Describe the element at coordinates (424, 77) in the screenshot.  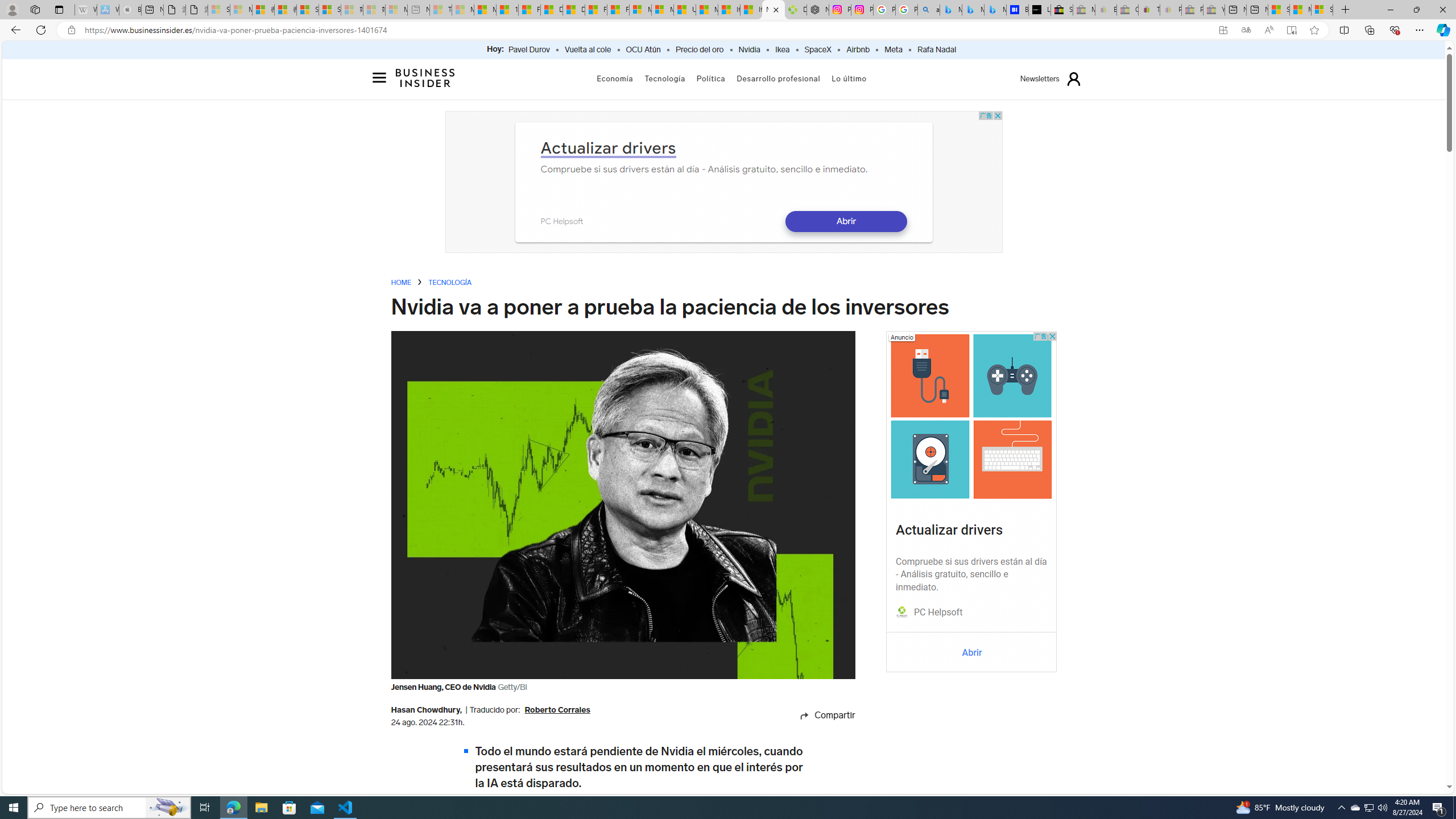
I see `'Logo BusinessInsider.es'` at that location.